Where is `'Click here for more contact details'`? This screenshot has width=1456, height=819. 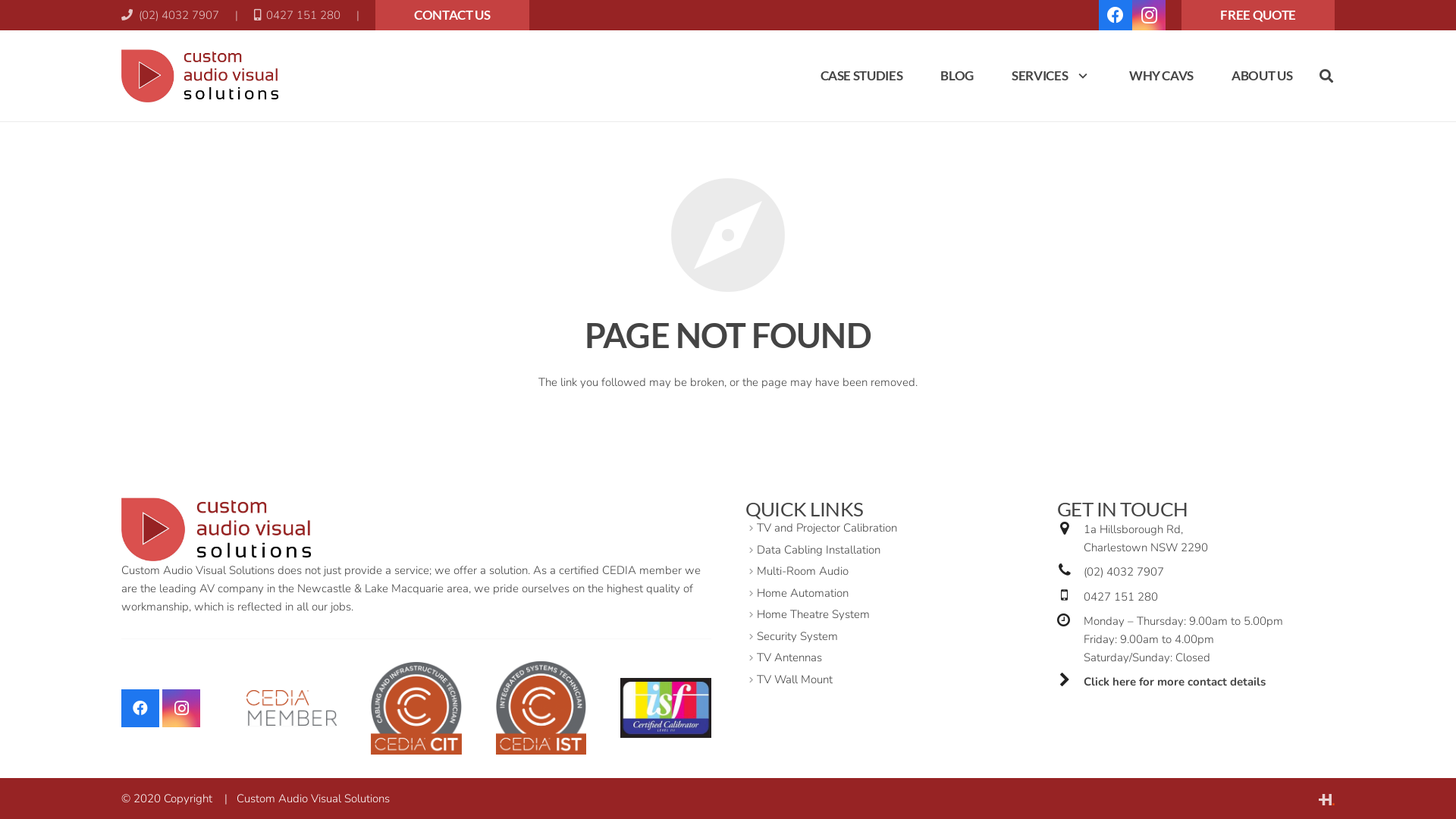 'Click here for more contact details' is located at coordinates (1174, 681).